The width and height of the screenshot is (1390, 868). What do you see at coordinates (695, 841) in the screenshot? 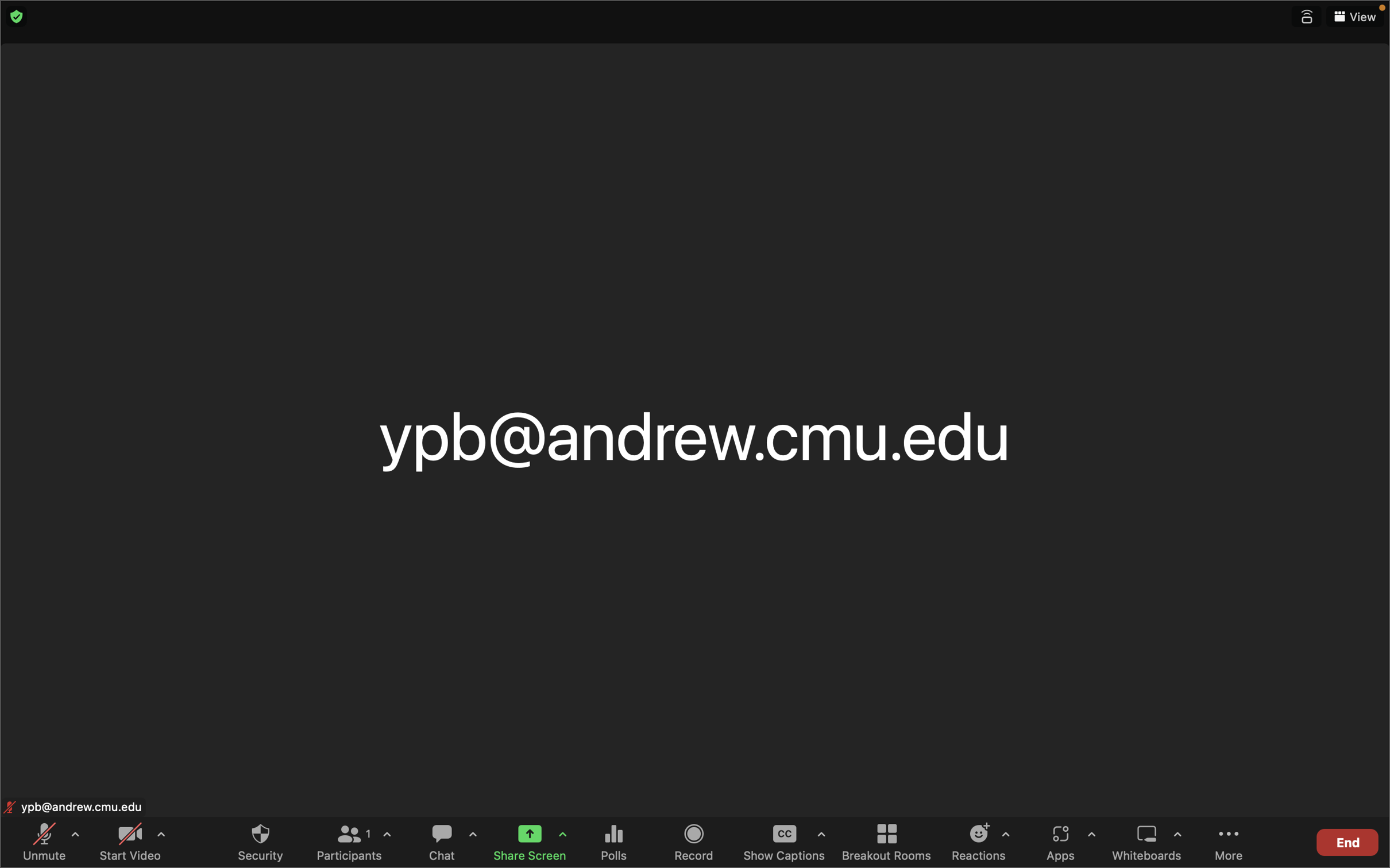
I see `Activate the meeting recording system` at bounding box center [695, 841].